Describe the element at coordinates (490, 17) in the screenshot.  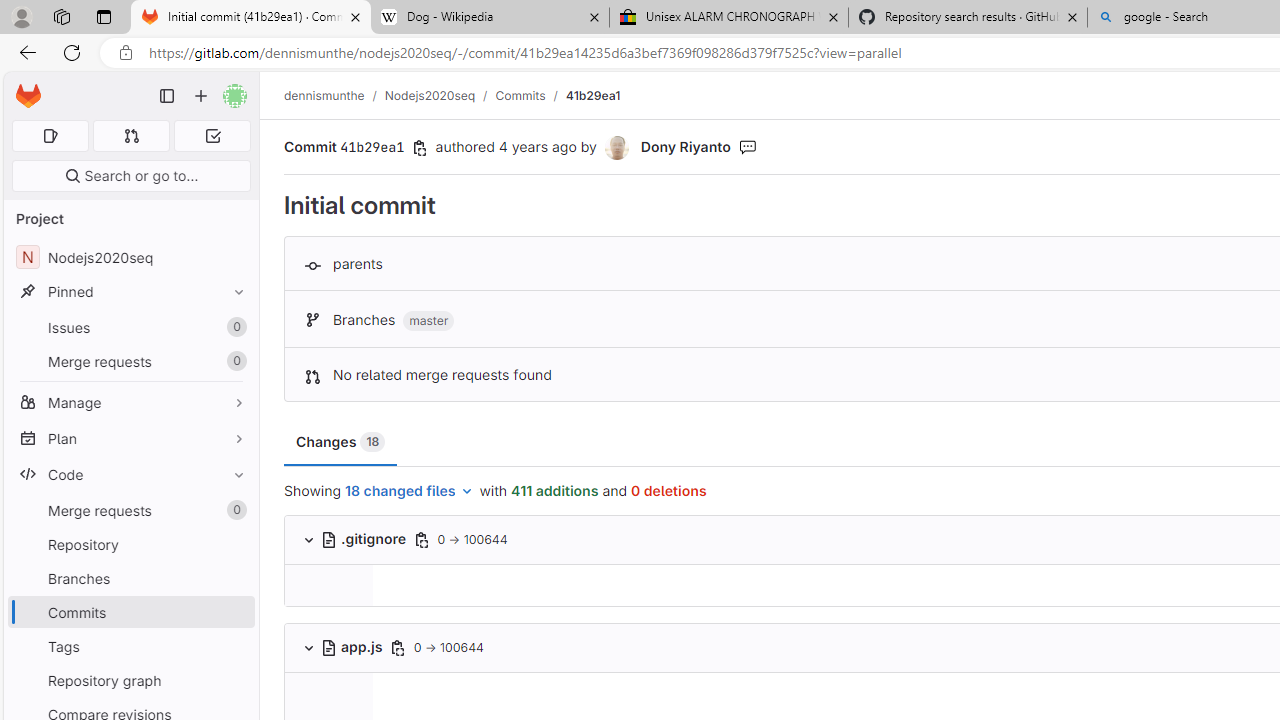
I see `'Dog - Wikipedia'` at that location.